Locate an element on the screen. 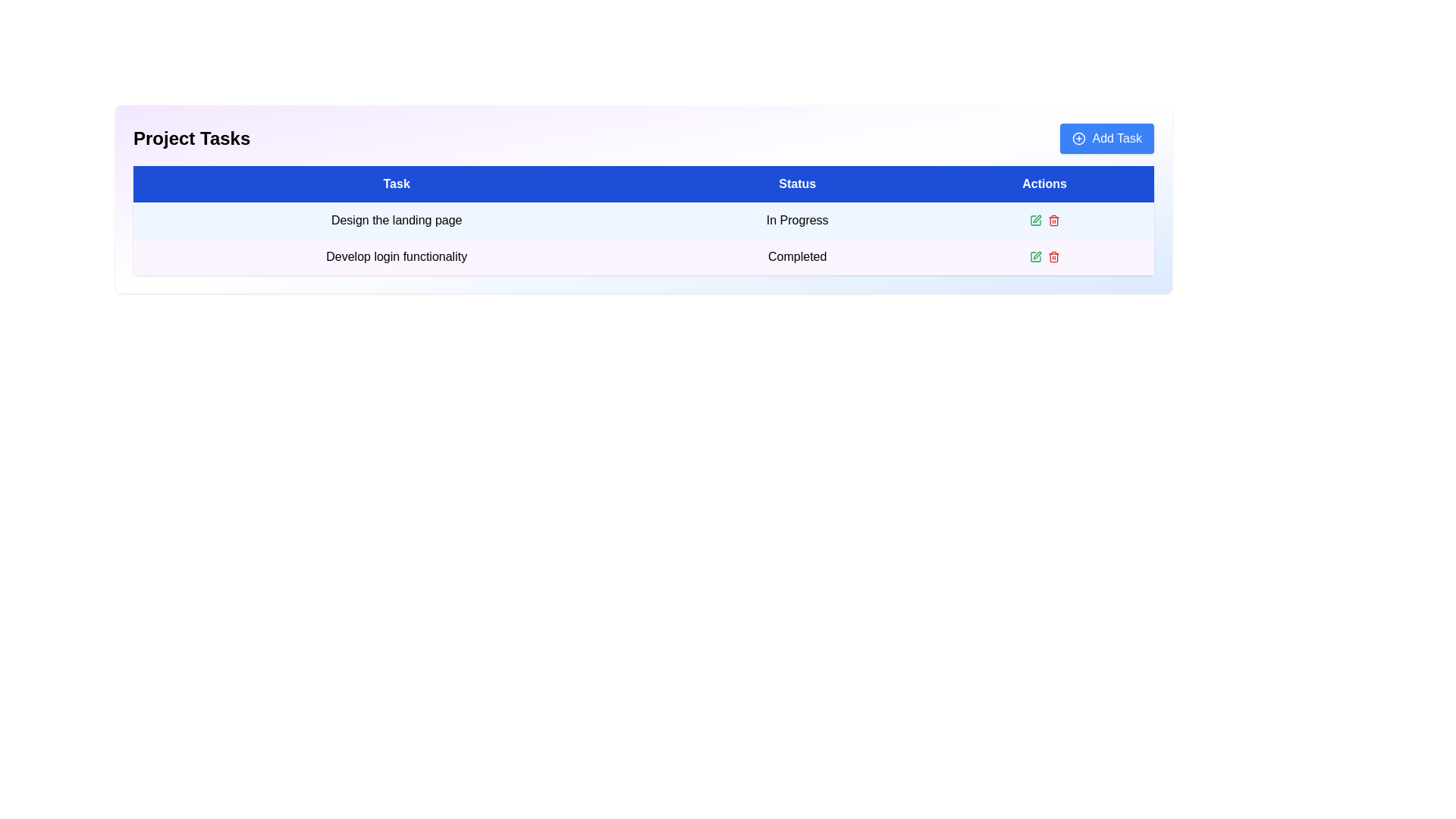 This screenshot has height=819, width=1456. the text label indicating the current status of the task labeled 'Design the landing page' located in the second column of the first row under the 'Status' header in the project tasks table is located at coordinates (796, 220).